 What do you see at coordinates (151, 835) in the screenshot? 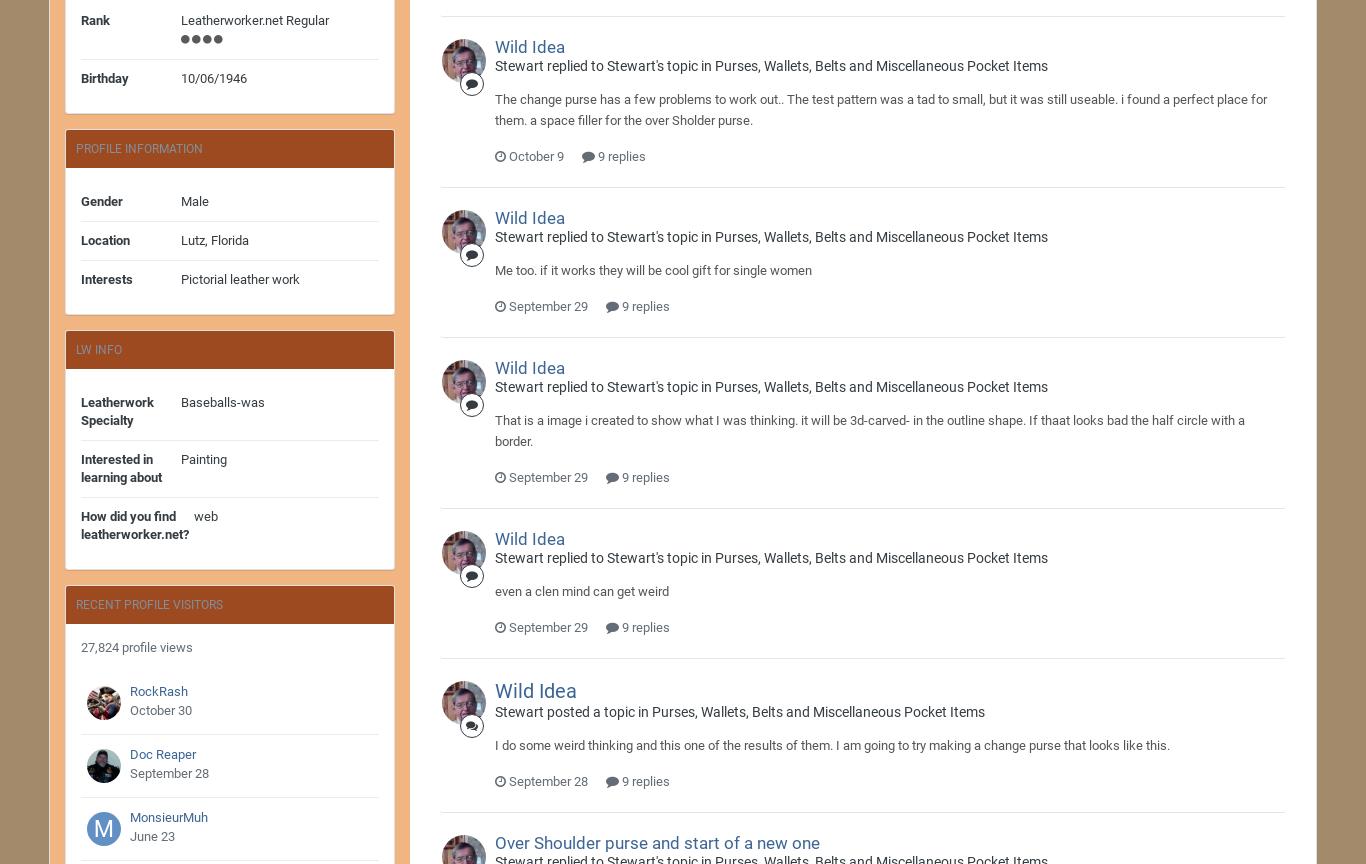
I see `'June 23'` at bounding box center [151, 835].